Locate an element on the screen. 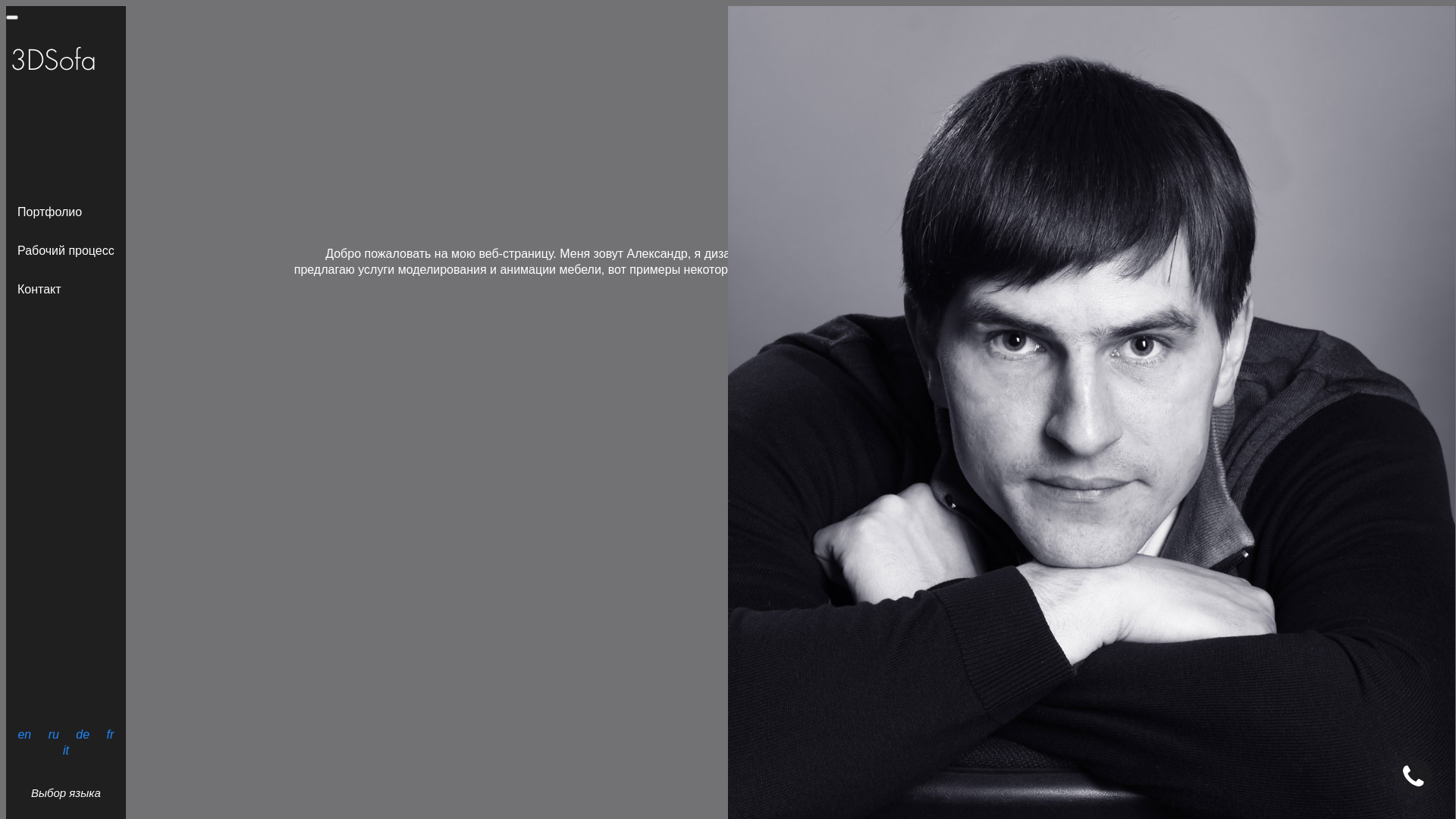 The height and width of the screenshot is (819, 1456). 'Call me back' is located at coordinates (746, 479).